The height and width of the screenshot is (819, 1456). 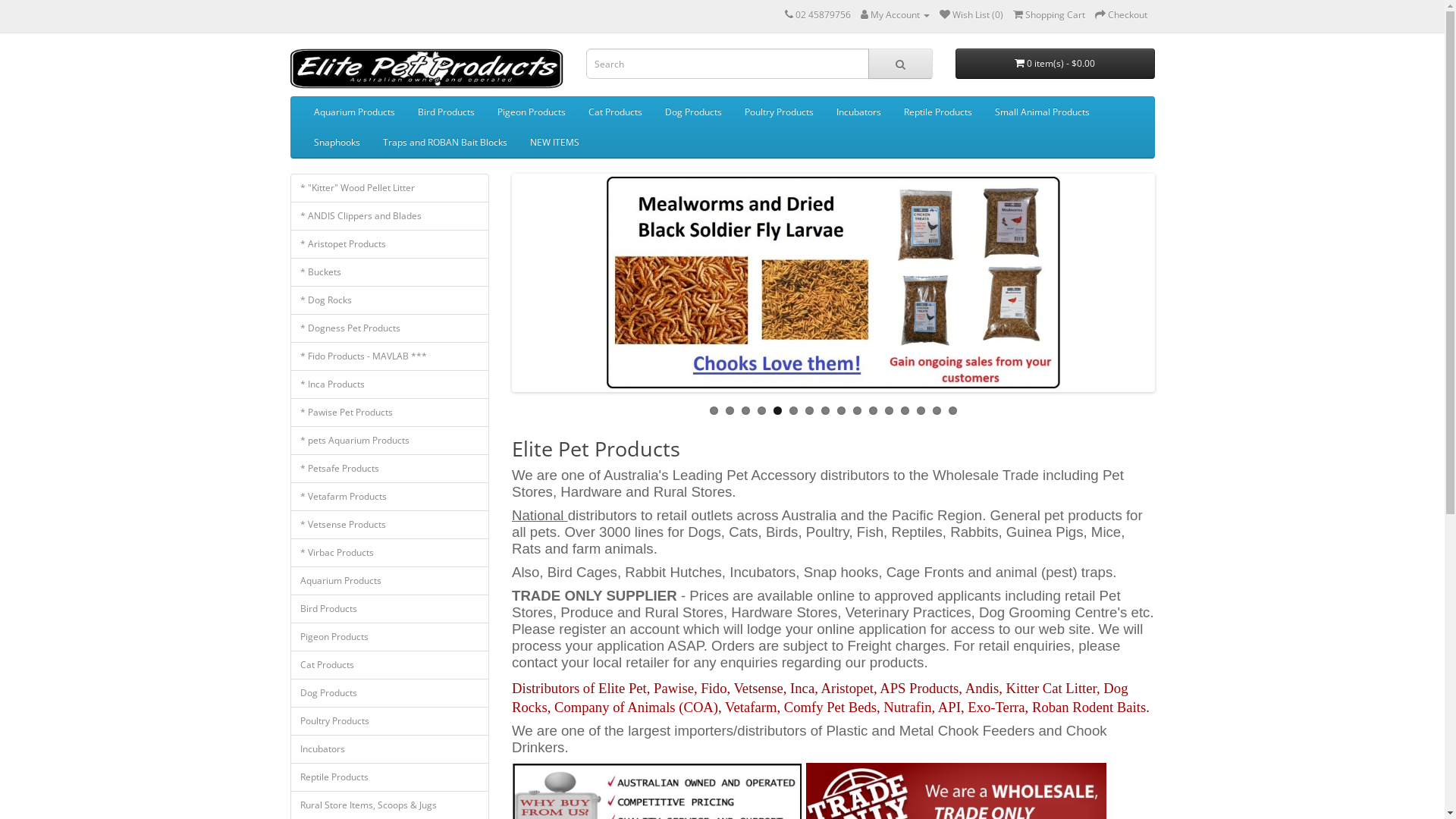 What do you see at coordinates (290, 467) in the screenshot?
I see `'* Petsafe Products'` at bounding box center [290, 467].